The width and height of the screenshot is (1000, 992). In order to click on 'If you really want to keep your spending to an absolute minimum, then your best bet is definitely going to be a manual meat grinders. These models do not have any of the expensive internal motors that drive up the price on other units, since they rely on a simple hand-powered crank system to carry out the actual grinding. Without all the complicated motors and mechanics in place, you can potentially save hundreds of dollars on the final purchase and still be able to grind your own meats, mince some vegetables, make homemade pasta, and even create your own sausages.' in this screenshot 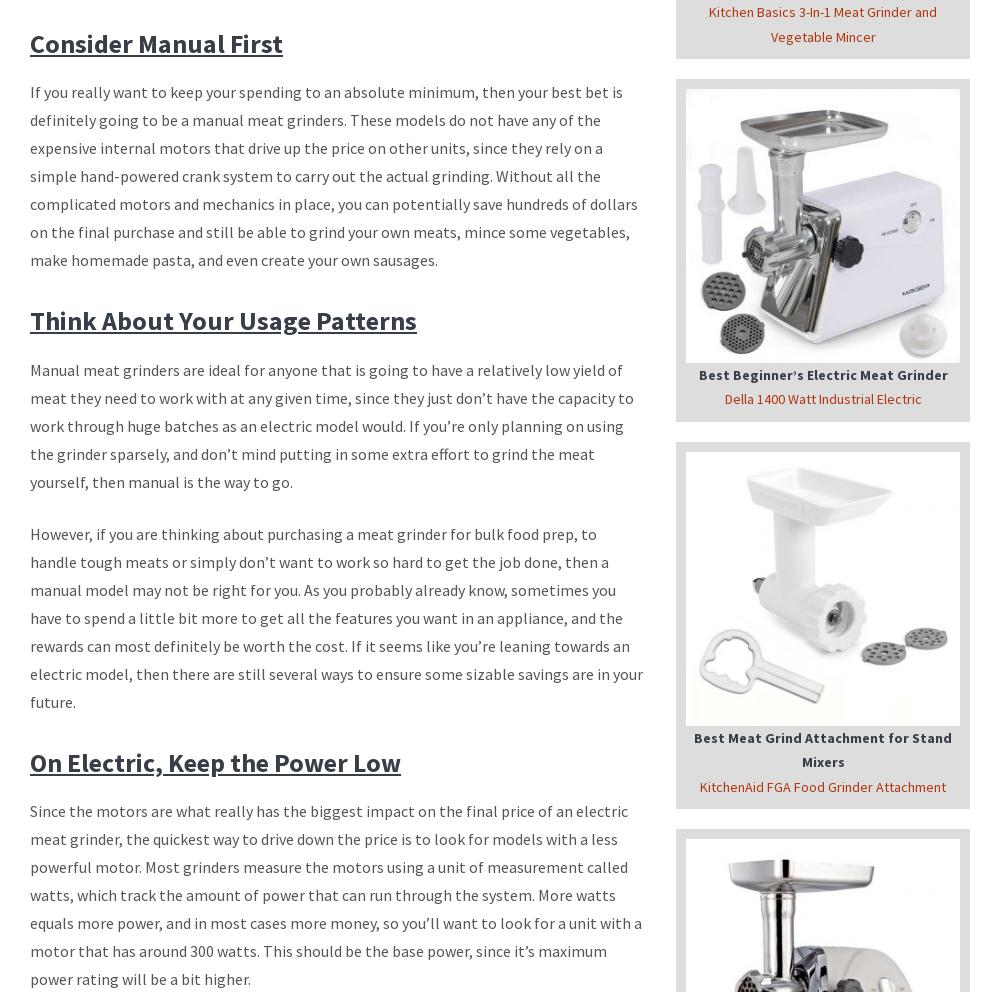, I will do `click(333, 174)`.